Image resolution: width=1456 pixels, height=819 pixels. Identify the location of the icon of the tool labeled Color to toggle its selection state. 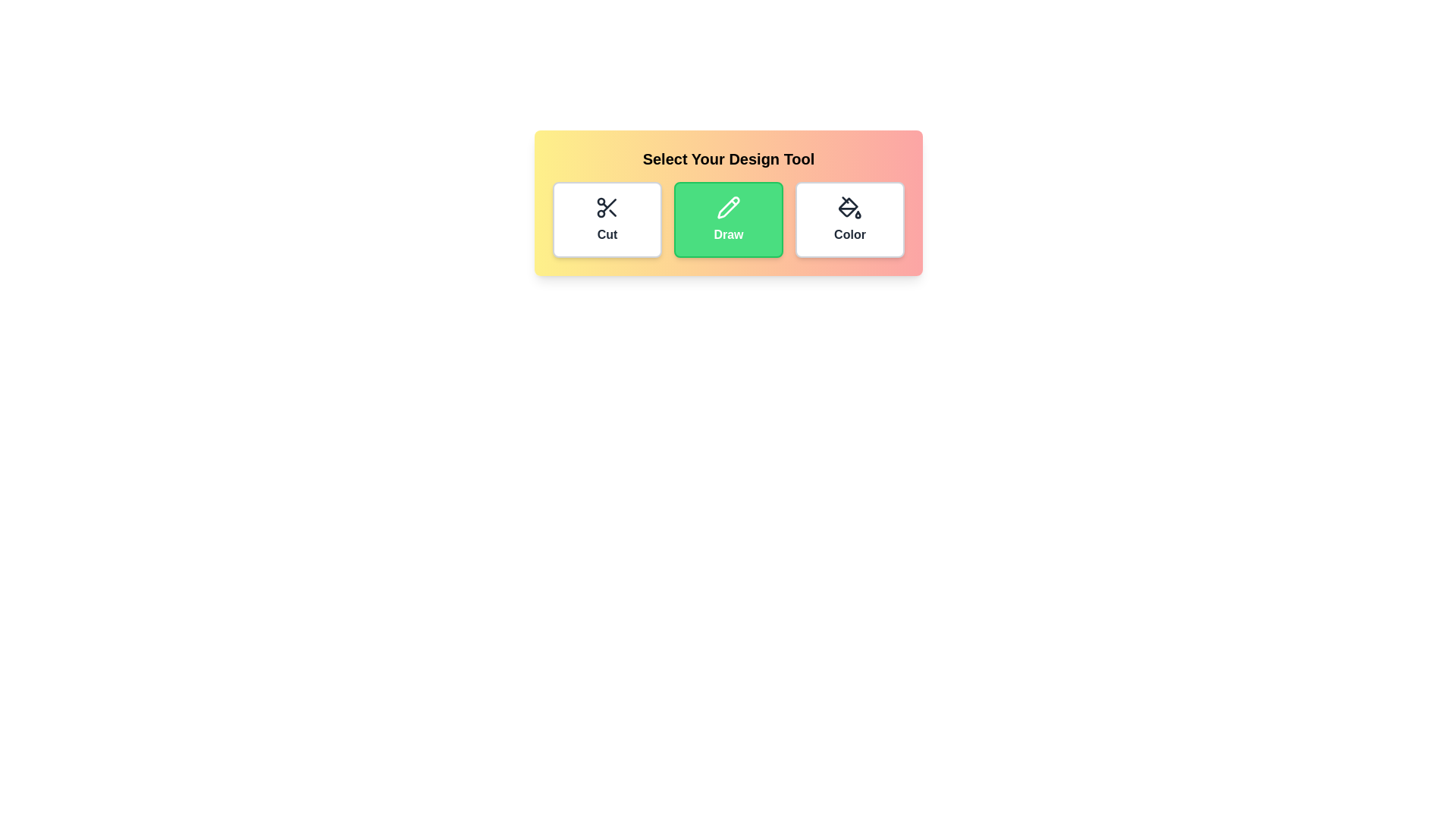
(850, 219).